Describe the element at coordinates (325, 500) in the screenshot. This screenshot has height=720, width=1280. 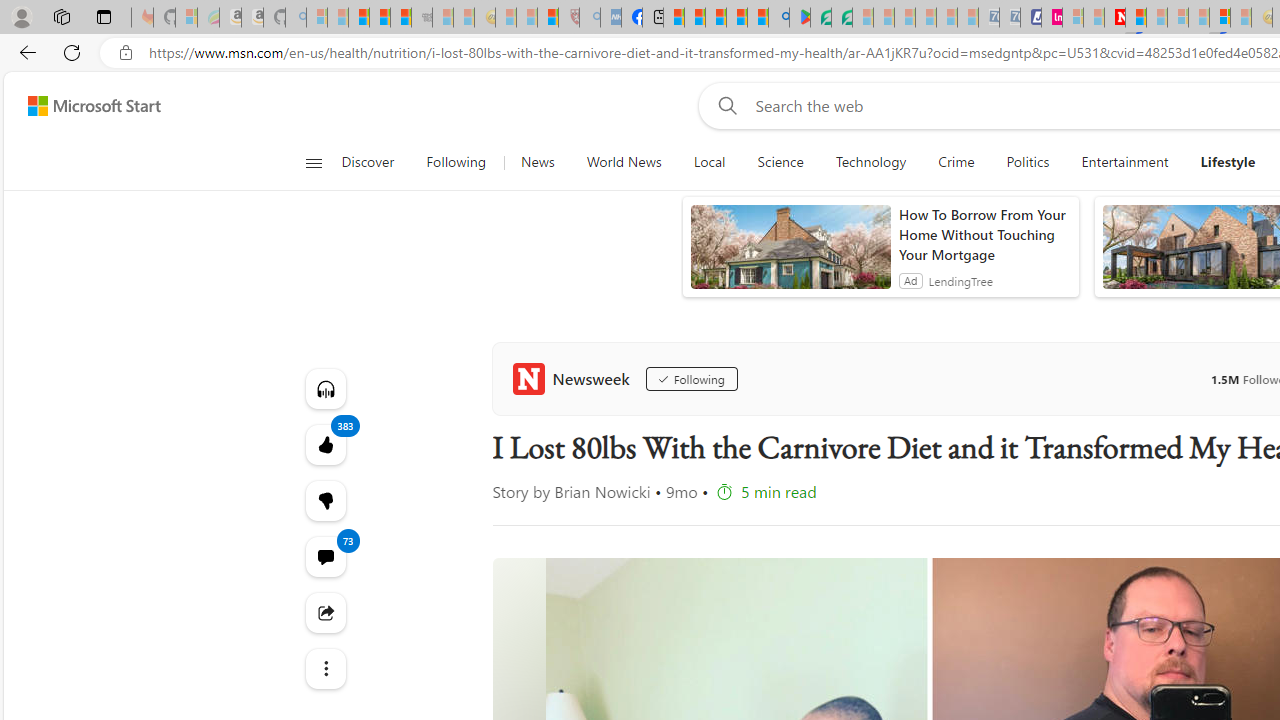
I see `'Dislike'` at that location.